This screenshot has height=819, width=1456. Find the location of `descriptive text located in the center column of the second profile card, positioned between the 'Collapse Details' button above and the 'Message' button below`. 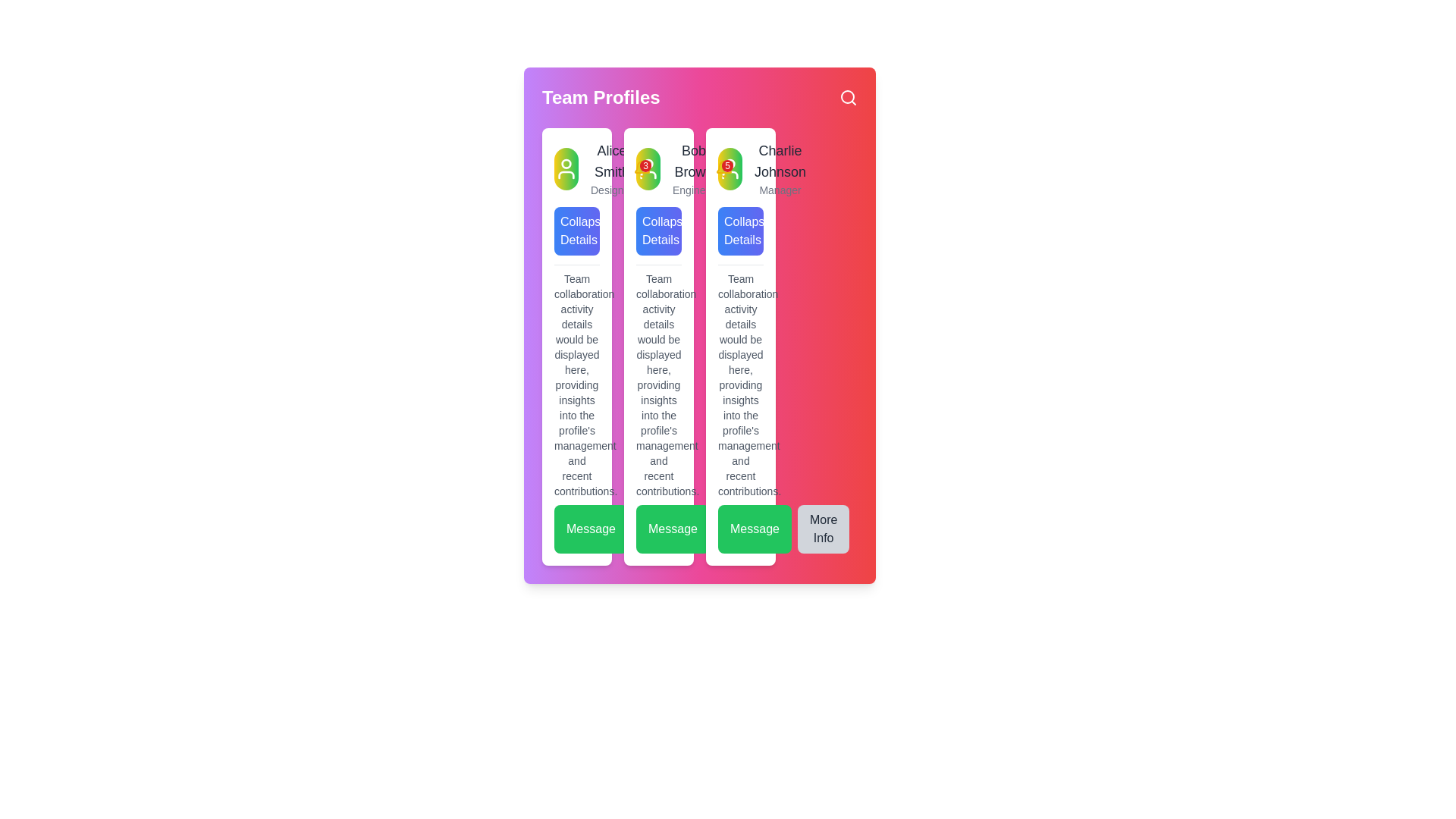

descriptive text located in the center column of the second profile card, positioned between the 'Collapse Details' button above and the 'Message' button below is located at coordinates (658, 384).